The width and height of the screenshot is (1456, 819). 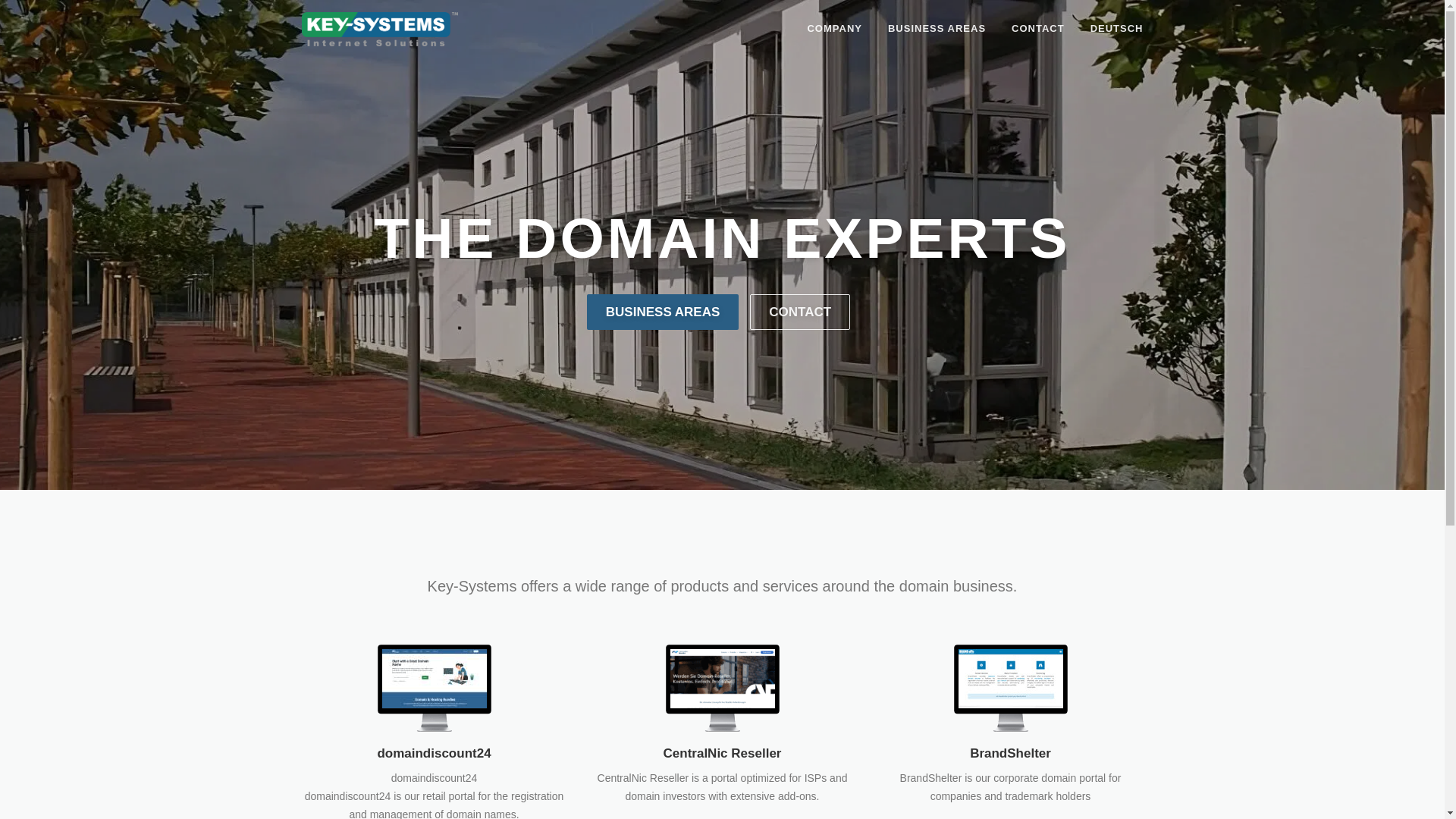 I want to click on 'COMPANY', so click(x=833, y=28).